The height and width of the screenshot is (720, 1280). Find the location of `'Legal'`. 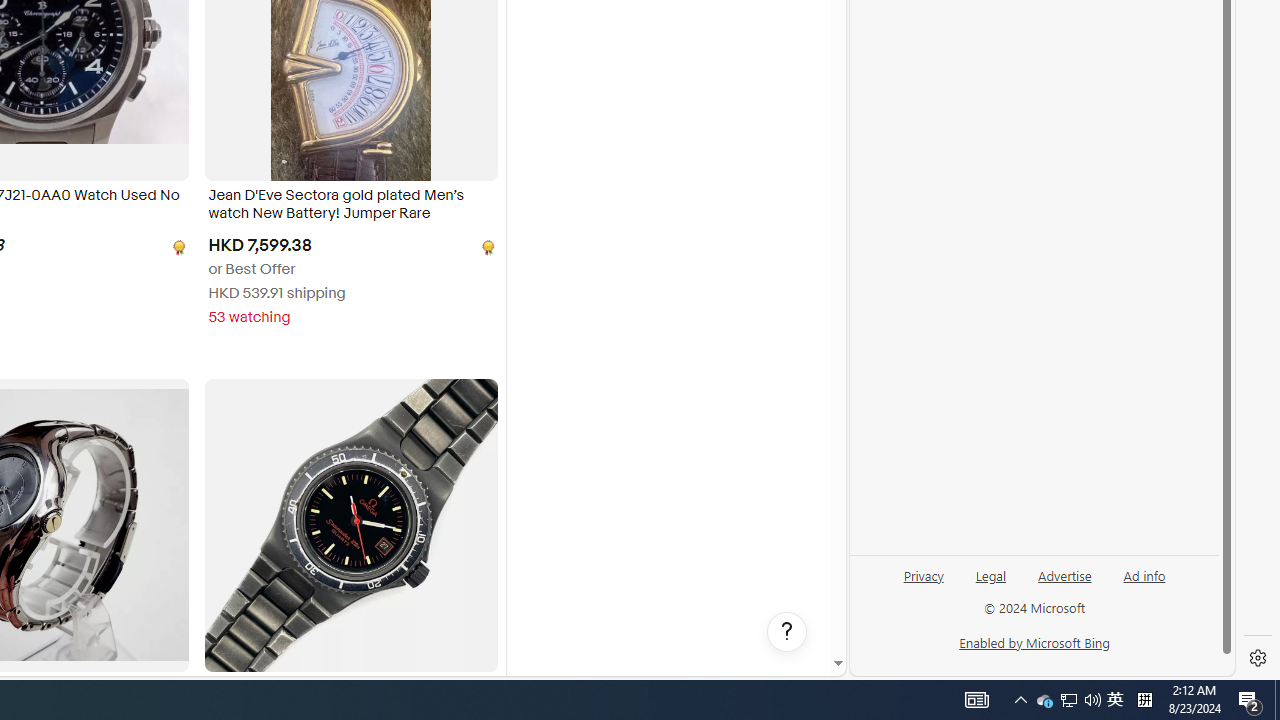

'Legal' is located at coordinates (991, 574).